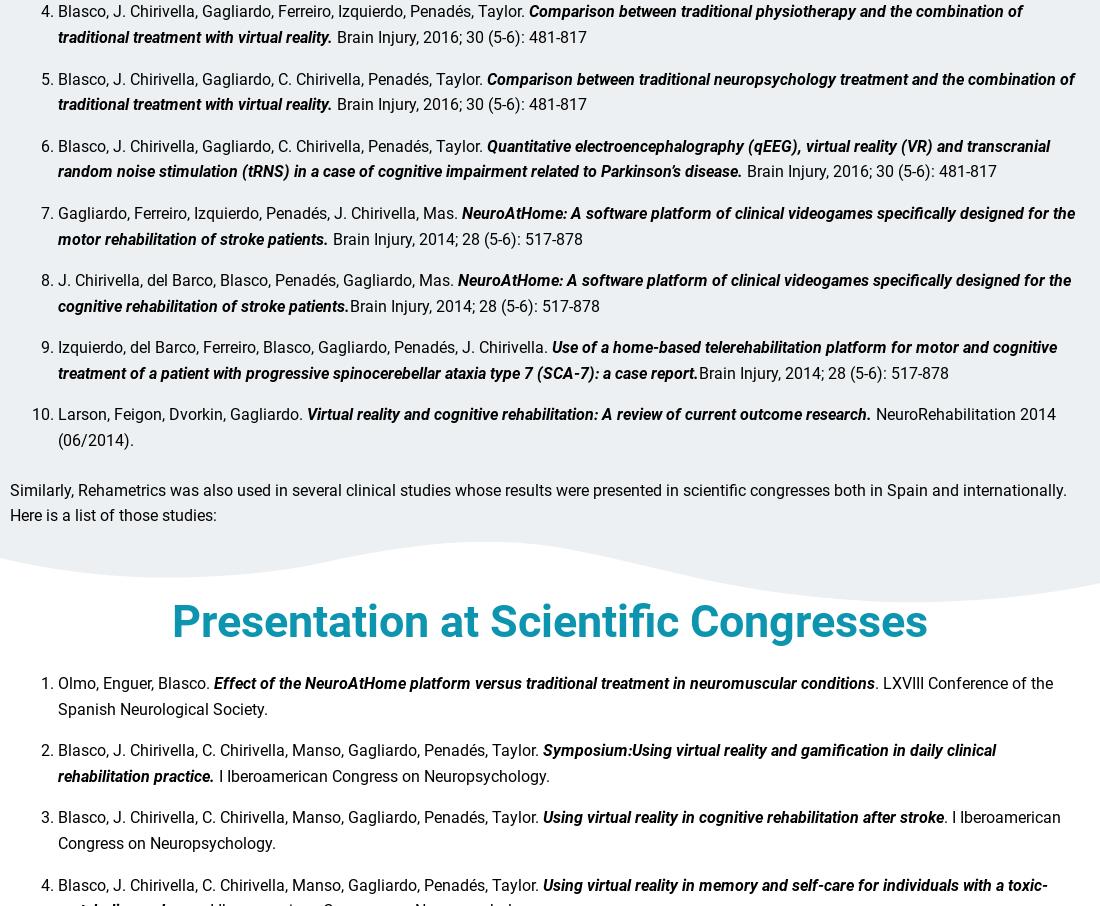 Image resolution: width=1100 pixels, height=906 pixels. What do you see at coordinates (544, 691) in the screenshot?
I see `'Effect of the NeuroAtHome platform versus traditional treatment in neuromuscular conditions'` at bounding box center [544, 691].